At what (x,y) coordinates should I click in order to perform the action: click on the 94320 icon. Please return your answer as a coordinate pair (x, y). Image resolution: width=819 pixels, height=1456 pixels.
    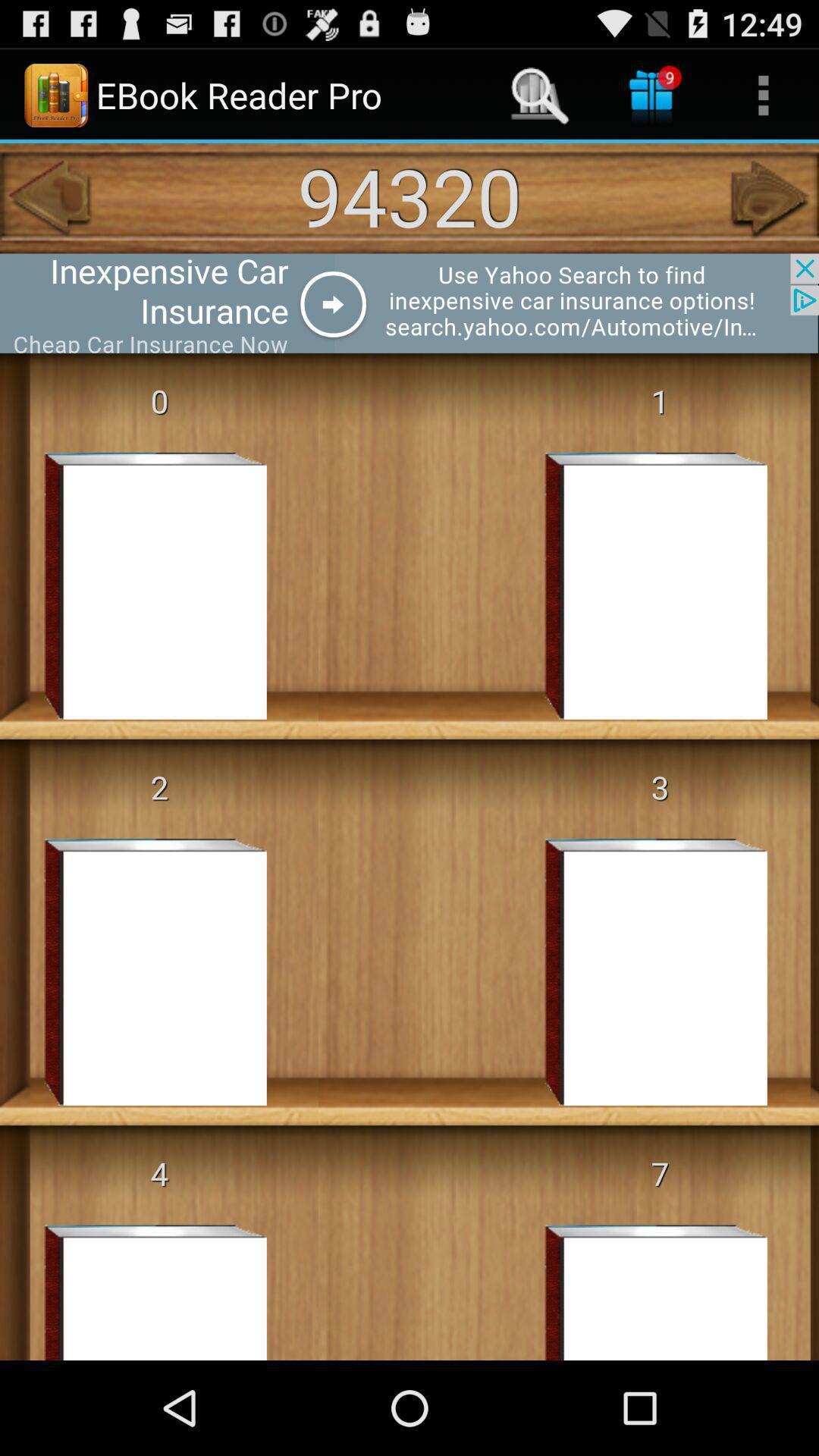
    Looking at the image, I should click on (409, 195).